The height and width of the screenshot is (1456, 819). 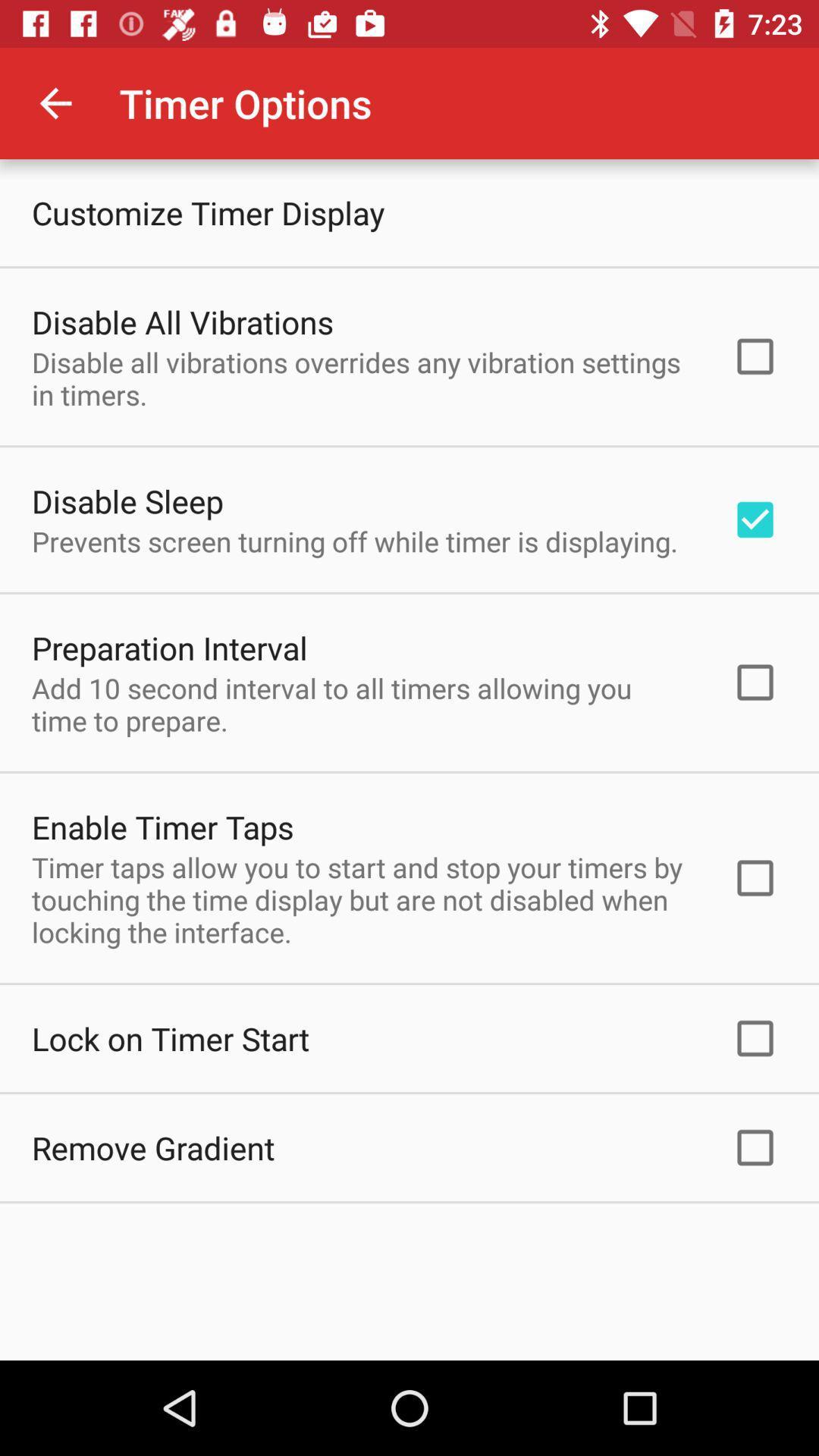 What do you see at coordinates (169, 648) in the screenshot?
I see `icon below prevents screen turning` at bounding box center [169, 648].